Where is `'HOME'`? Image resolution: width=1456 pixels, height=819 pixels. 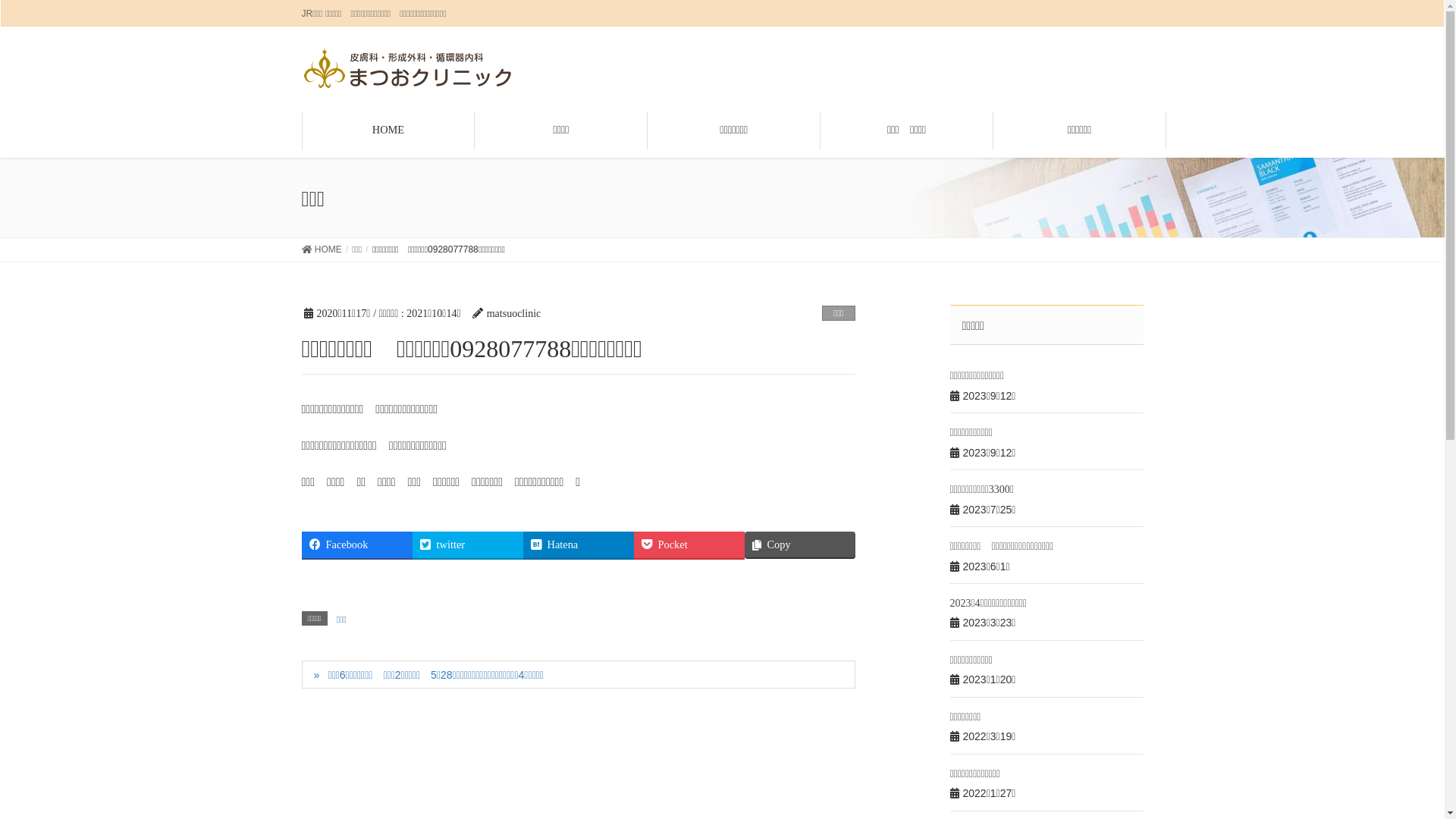
'HOME' is located at coordinates (321, 249).